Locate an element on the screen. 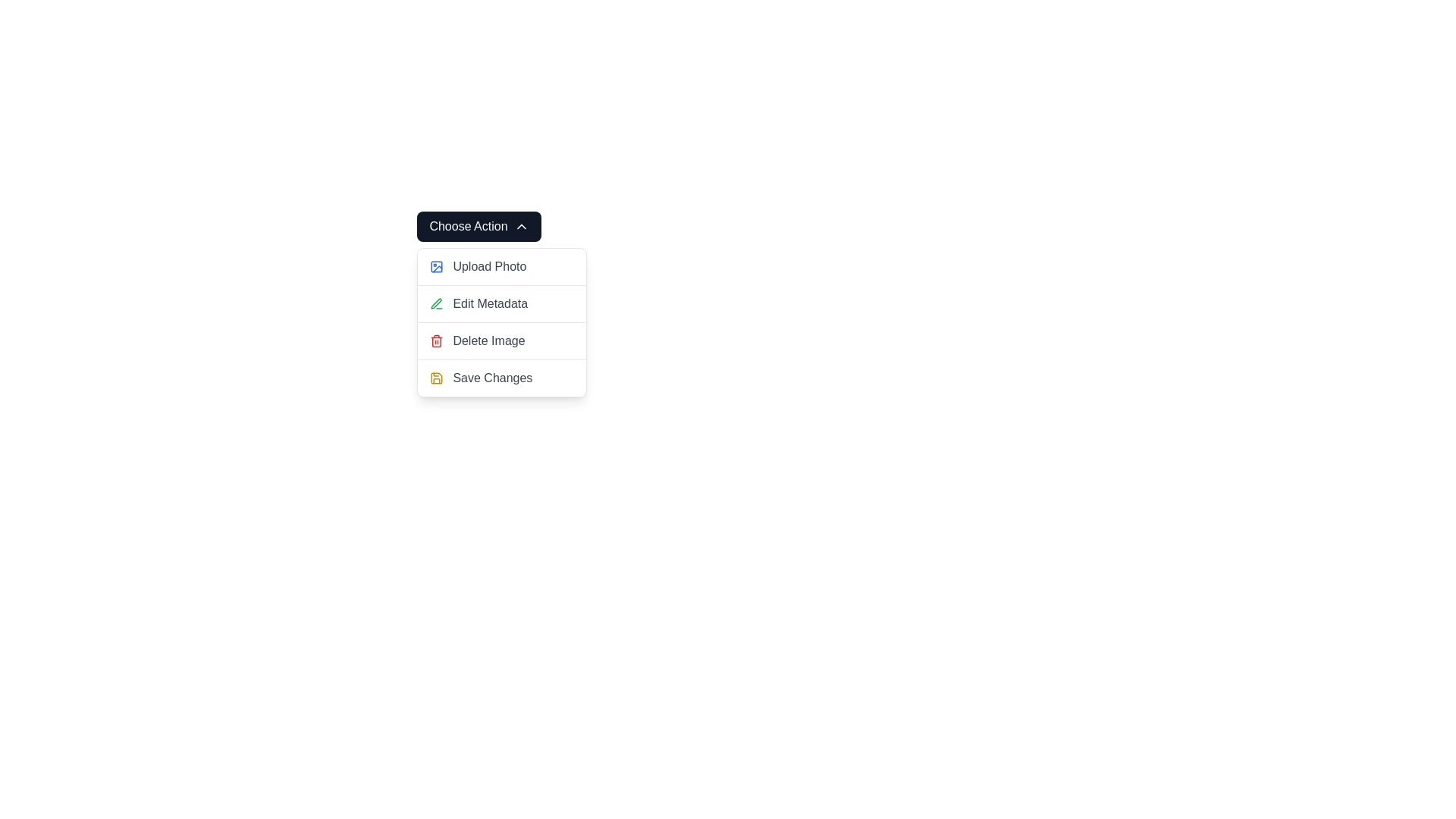  the text label located in the second row of a vertically stacked menu list, immediately to the right of a green pen icon is located at coordinates (490, 304).